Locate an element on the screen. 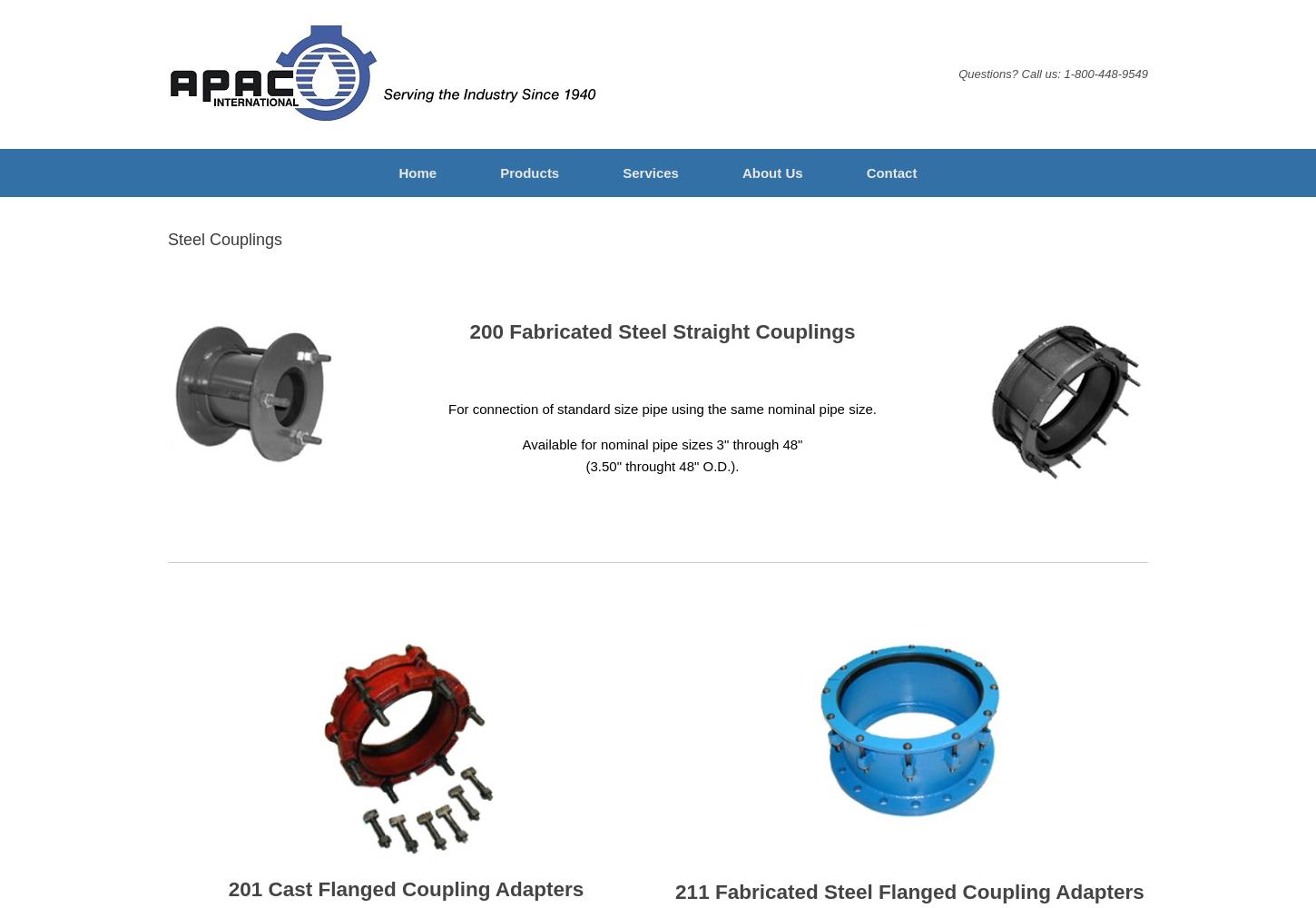  '211 Fabricated Steel Flanged Coupling Adapters' is located at coordinates (908, 890).